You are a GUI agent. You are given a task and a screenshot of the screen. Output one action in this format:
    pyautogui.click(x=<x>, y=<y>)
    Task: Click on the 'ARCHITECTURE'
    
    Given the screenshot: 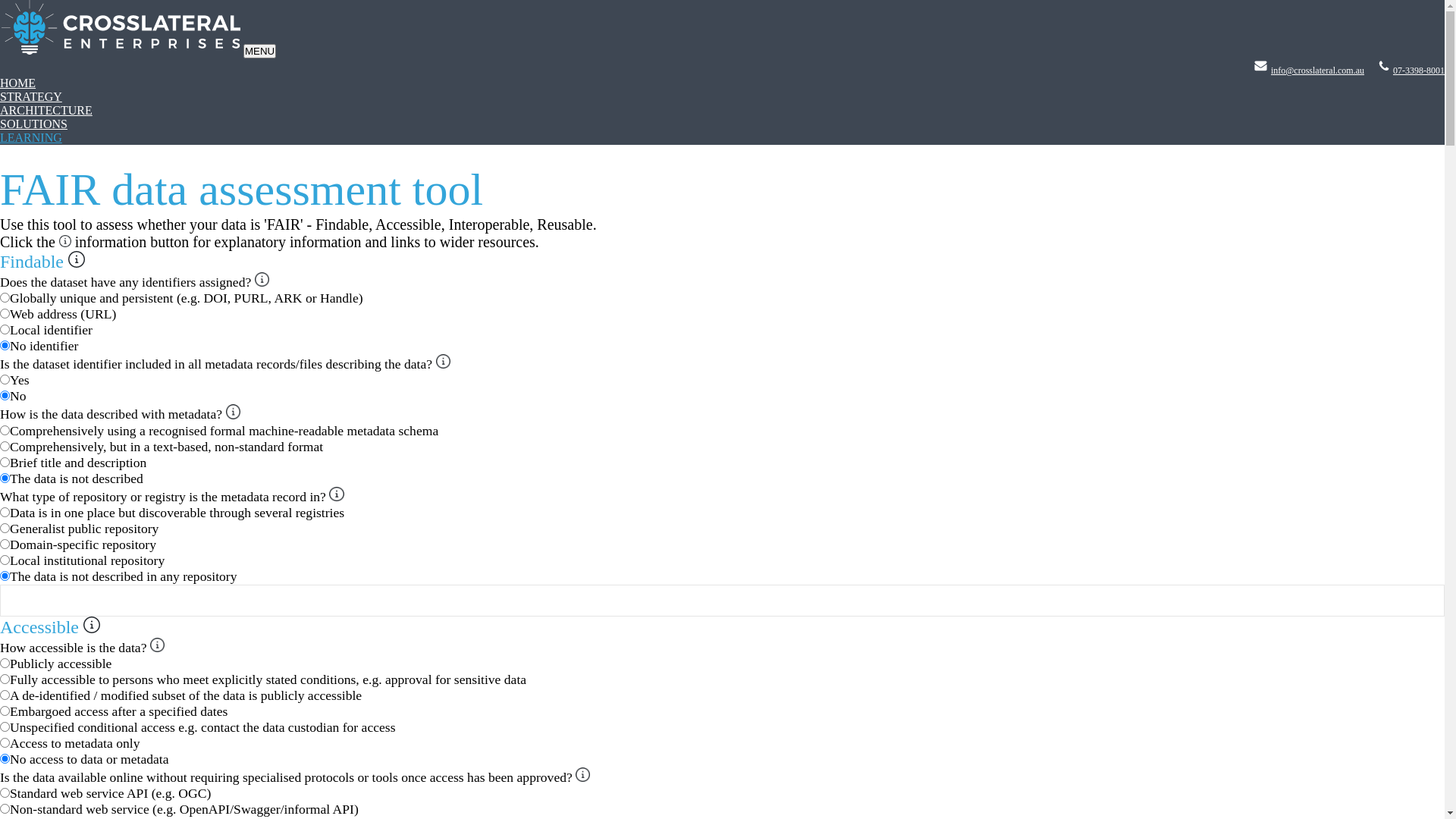 What is the action you would take?
    pyautogui.click(x=46, y=109)
    